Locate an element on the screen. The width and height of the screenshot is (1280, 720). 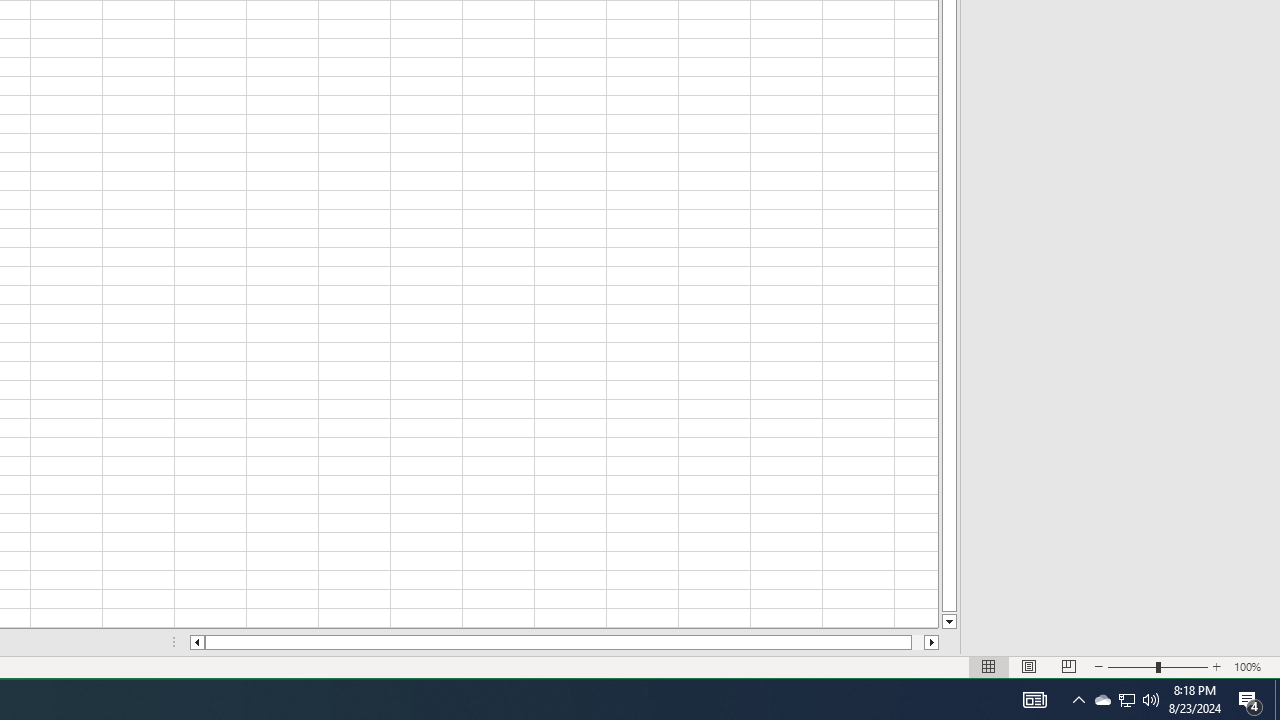
'Action Center, 4 new notifications' is located at coordinates (1276, 698).